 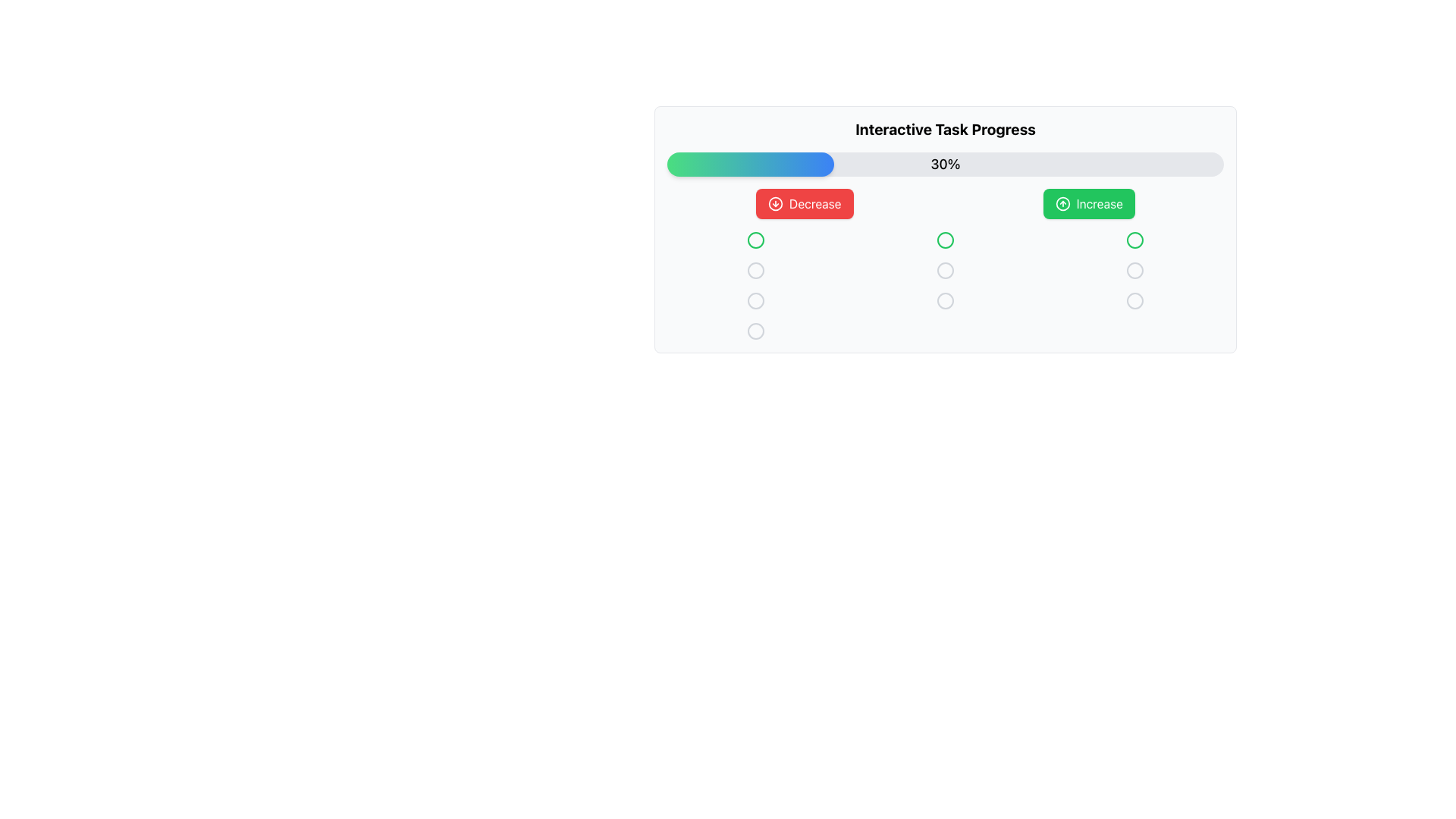 What do you see at coordinates (756, 330) in the screenshot?
I see `the circular indicator button located at the bottom of the vertical group of circular elements, which has a light gray fill and is distinguishable from the white background` at bounding box center [756, 330].